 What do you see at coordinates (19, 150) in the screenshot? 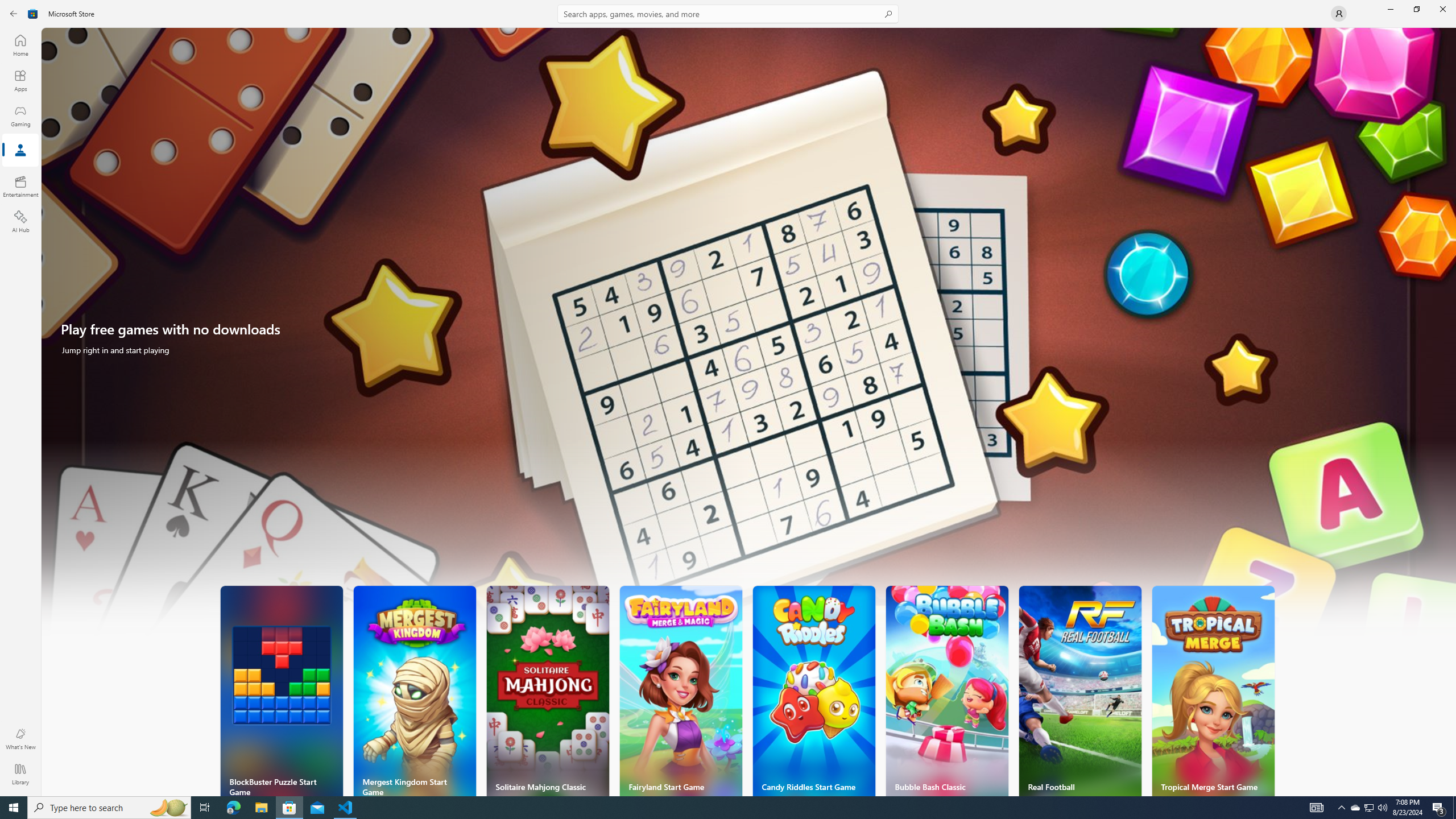
I see `'Arcade'` at bounding box center [19, 150].